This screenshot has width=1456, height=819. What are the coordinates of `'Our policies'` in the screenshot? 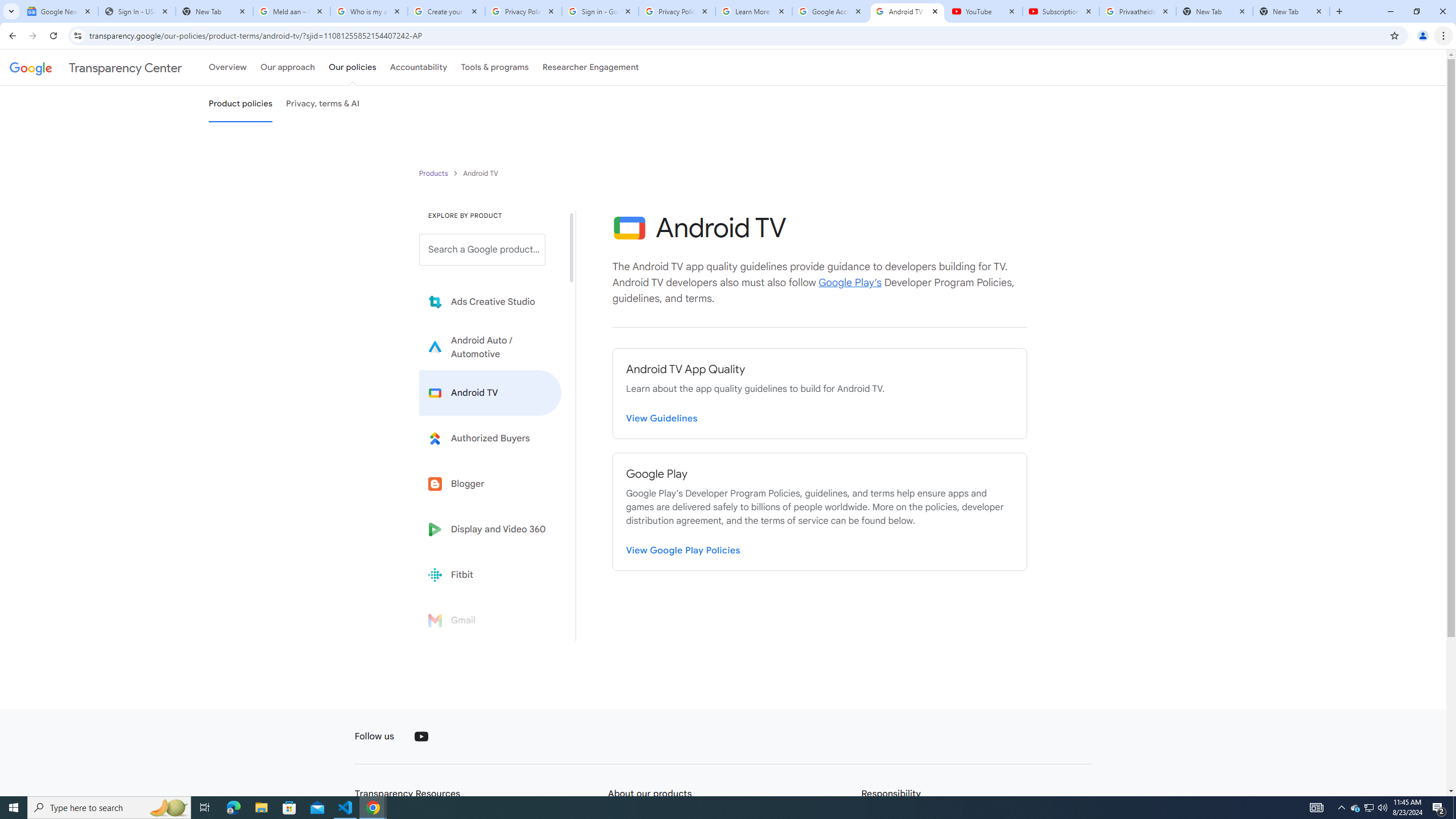 It's located at (352, 67).